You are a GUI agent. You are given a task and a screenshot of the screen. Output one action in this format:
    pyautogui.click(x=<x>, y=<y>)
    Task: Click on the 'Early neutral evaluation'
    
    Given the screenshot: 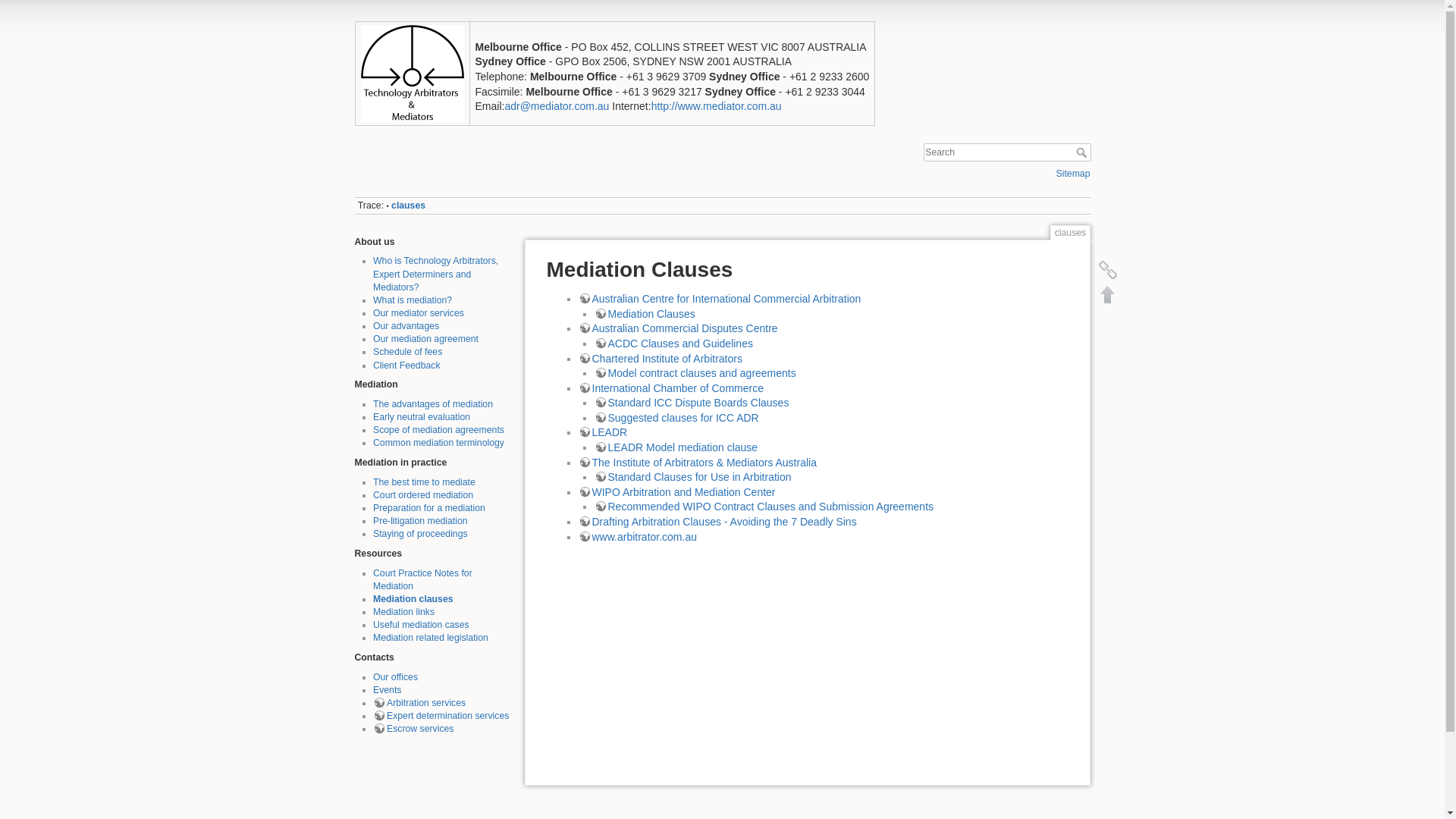 What is the action you would take?
    pyautogui.click(x=422, y=417)
    